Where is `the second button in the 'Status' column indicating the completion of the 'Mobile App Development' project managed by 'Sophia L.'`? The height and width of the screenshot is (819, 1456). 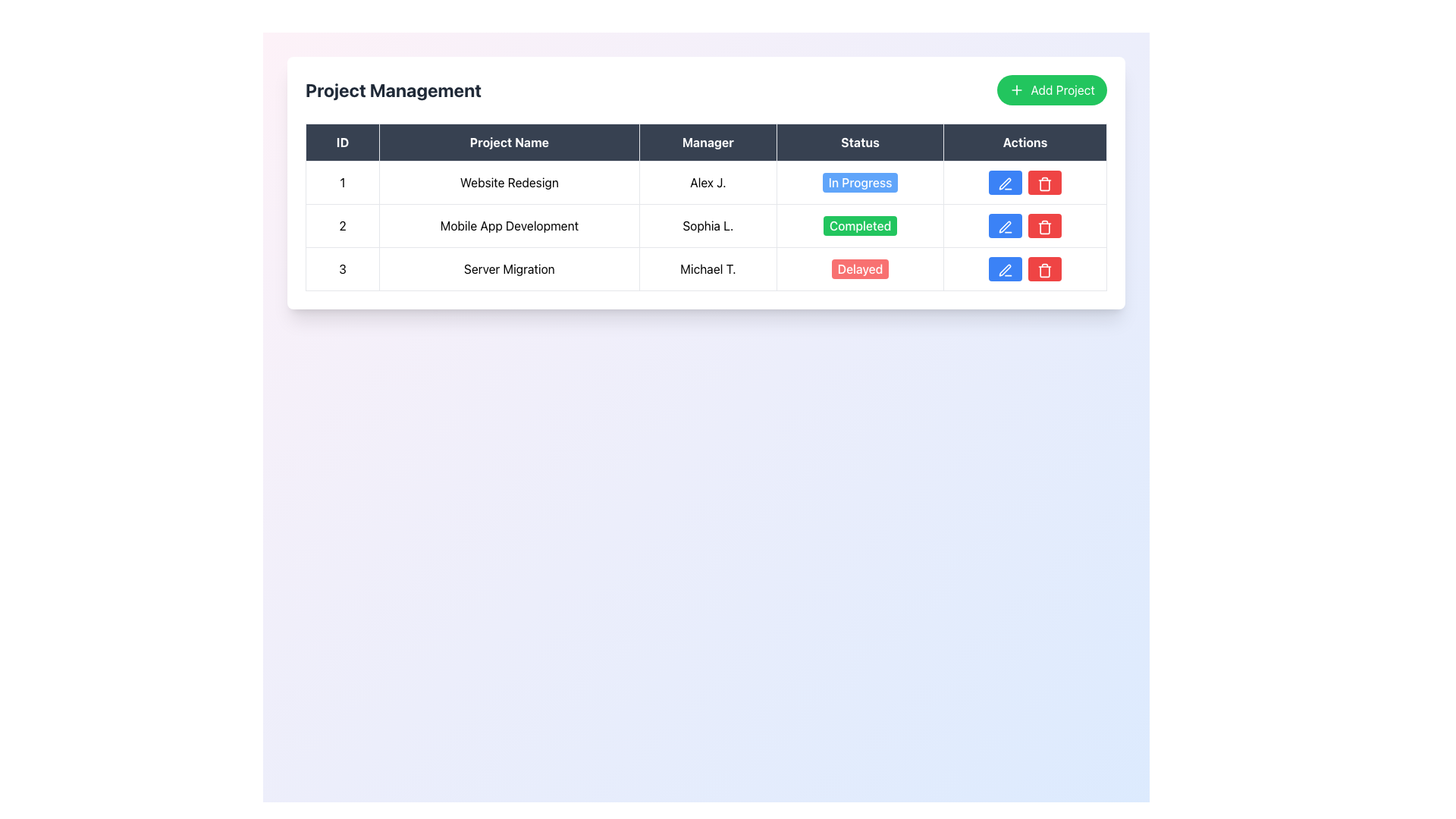
the second button in the 'Status' column indicating the completion of the 'Mobile App Development' project managed by 'Sophia L.' is located at coordinates (860, 225).